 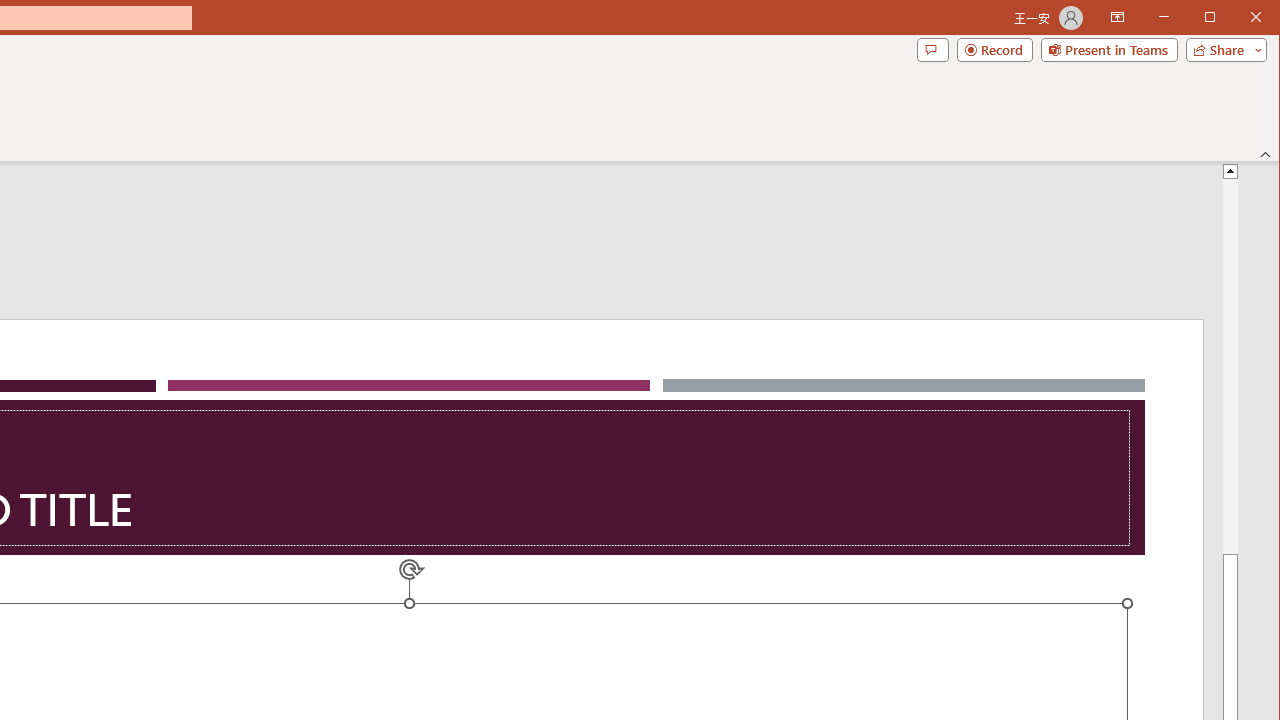 What do you see at coordinates (1238, 19) in the screenshot?
I see `'Maximize'` at bounding box center [1238, 19].